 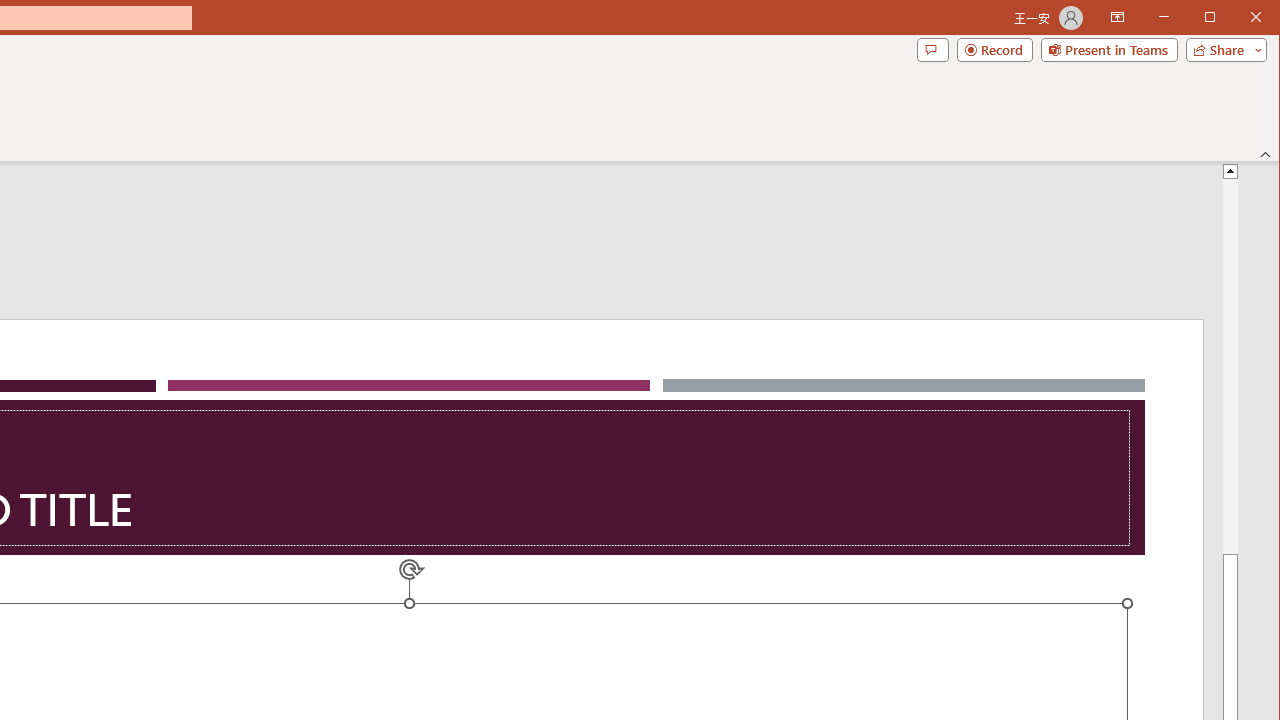 What do you see at coordinates (1238, 19) in the screenshot?
I see `'Maximize'` at bounding box center [1238, 19].